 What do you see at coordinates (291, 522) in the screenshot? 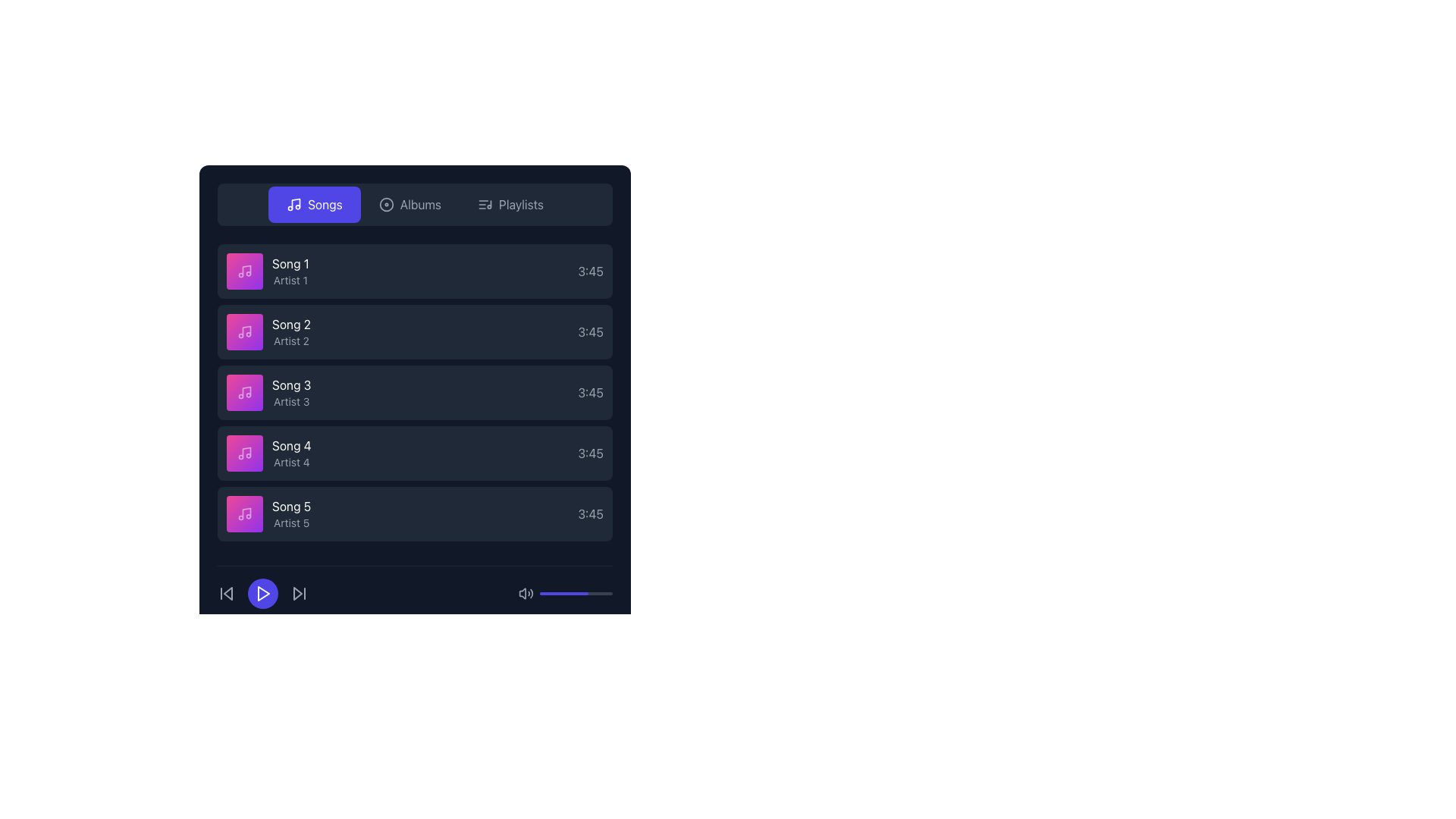
I see `the non-interactive Label/Text Display that provides information about the artist associated with 'Song 5', located below the song number and icon in the vertical list of songs` at bounding box center [291, 522].